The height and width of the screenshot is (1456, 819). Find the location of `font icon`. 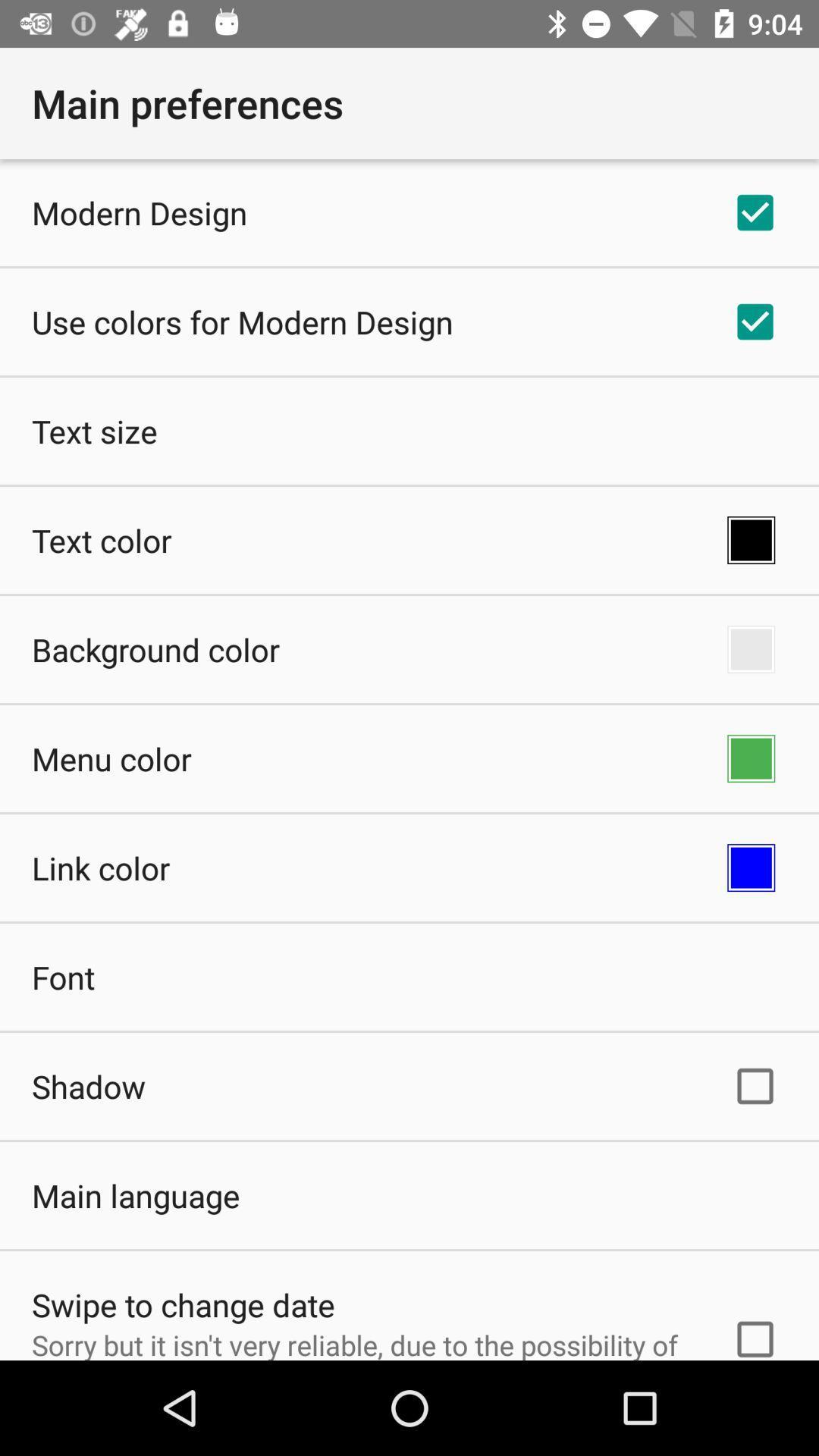

font icon is located at coordinates (62, 977).